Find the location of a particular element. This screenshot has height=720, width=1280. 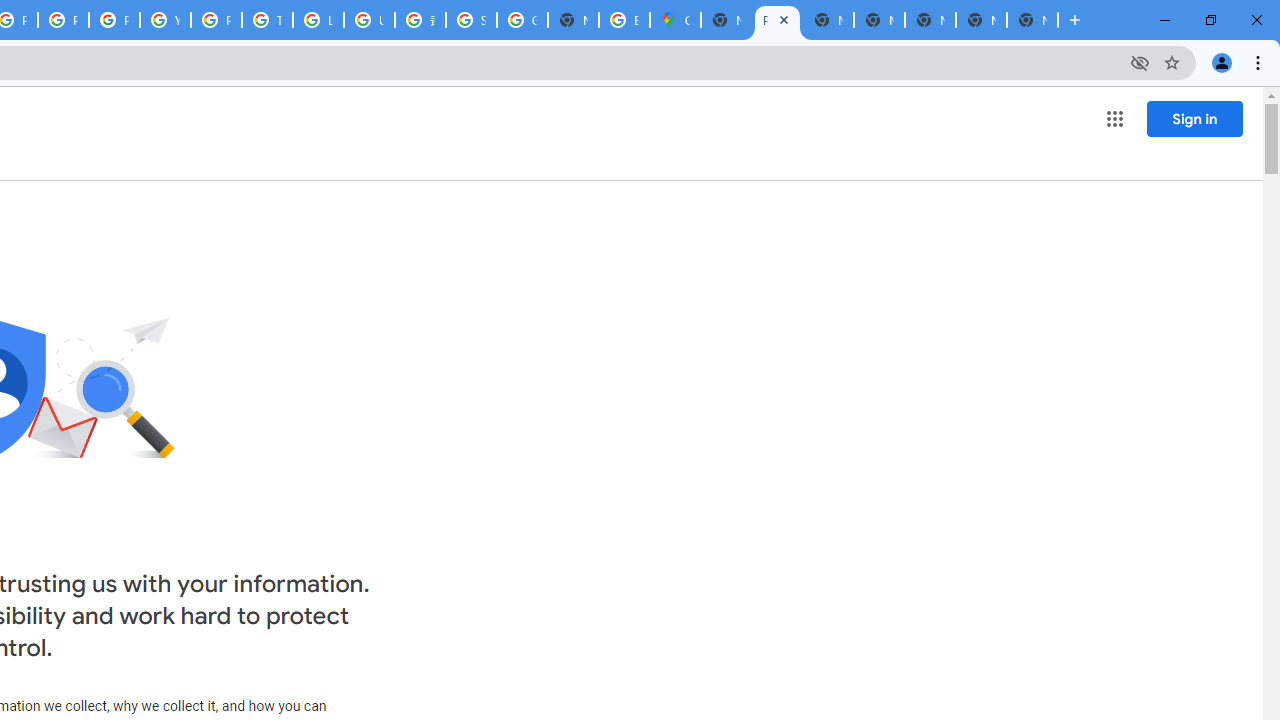

'YouTube' is located at coordinates (165, 20).